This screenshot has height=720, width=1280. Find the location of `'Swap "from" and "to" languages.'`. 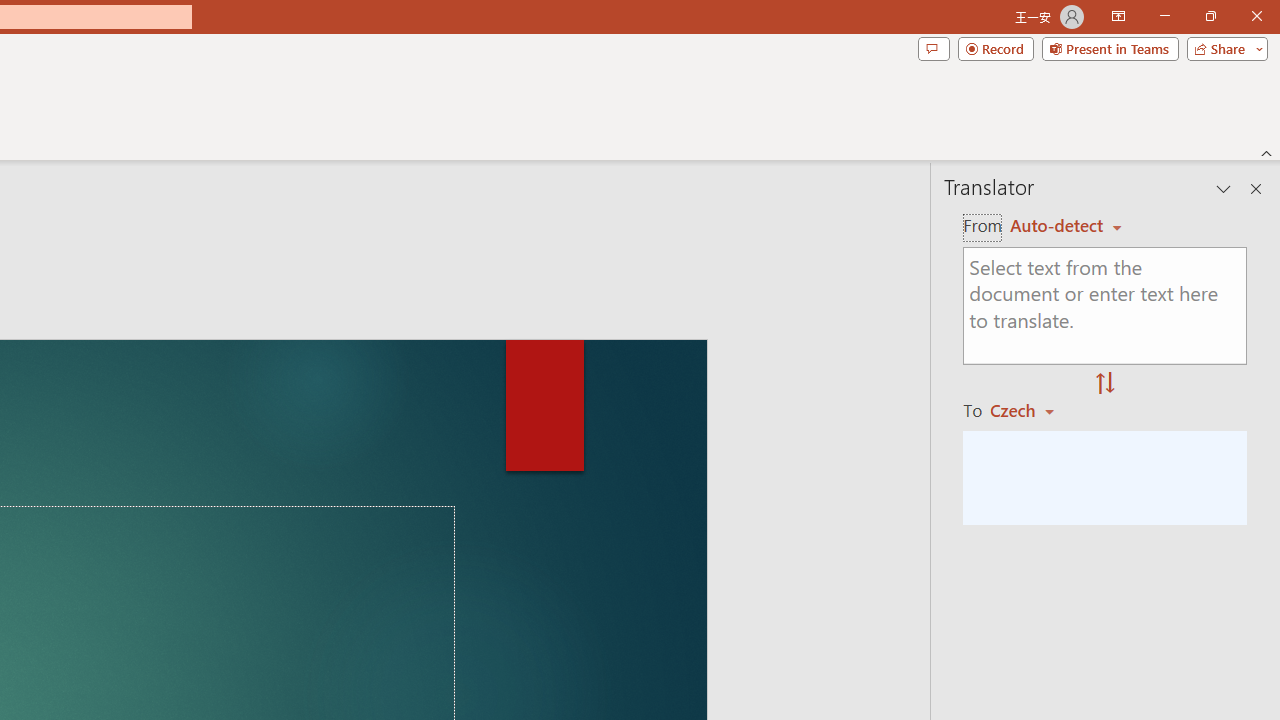

'Swap "from" and "to" languages.' is located at coordinates (1104, 384).